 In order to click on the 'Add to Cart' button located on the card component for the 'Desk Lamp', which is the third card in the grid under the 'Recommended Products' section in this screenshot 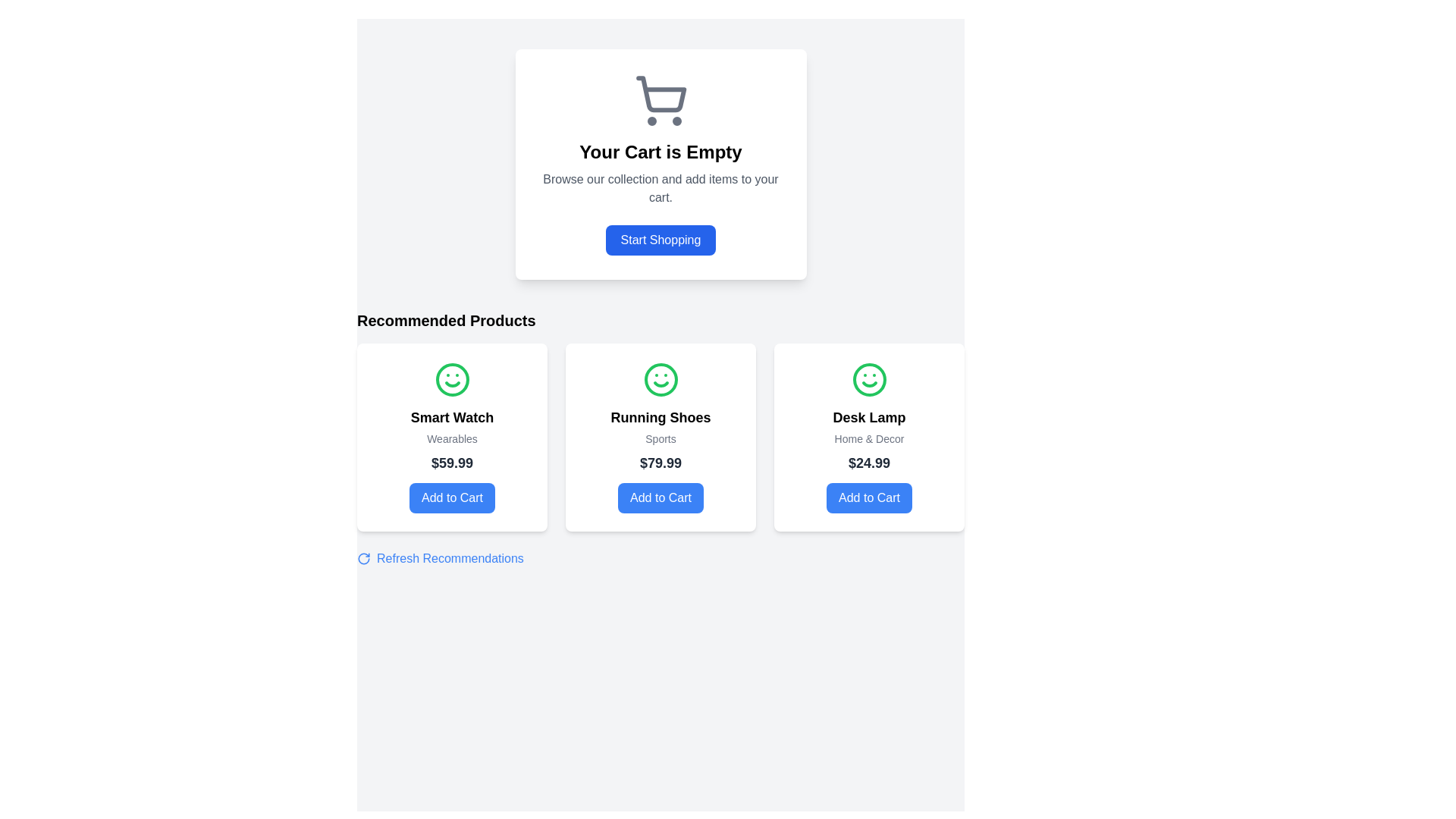, I will do `click(869, 438)`.